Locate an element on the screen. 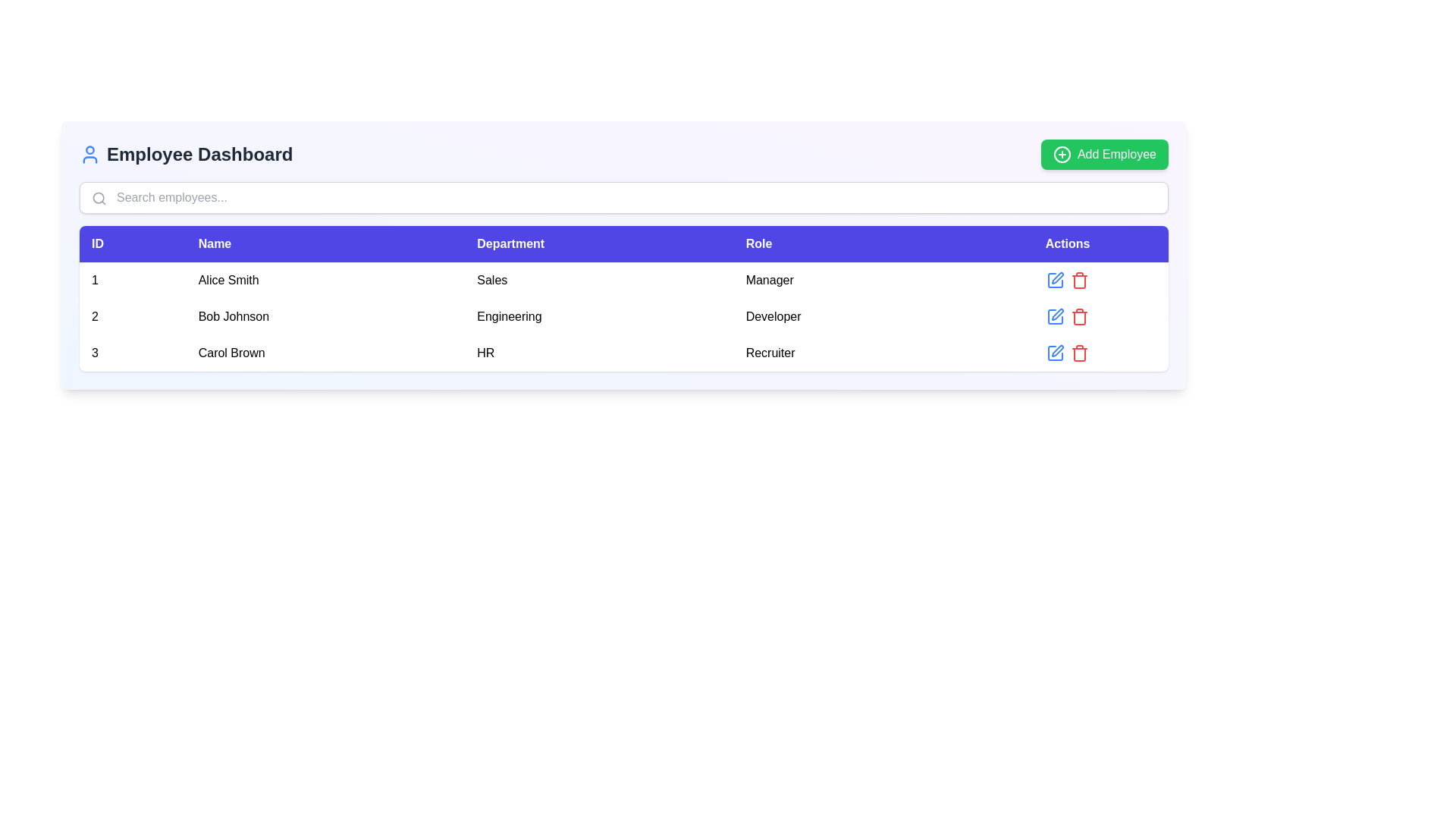  the button located at the top-right corner of the interface, adjacent to the 'Employee Dashboard' header is located at coordinates (1104, 155).